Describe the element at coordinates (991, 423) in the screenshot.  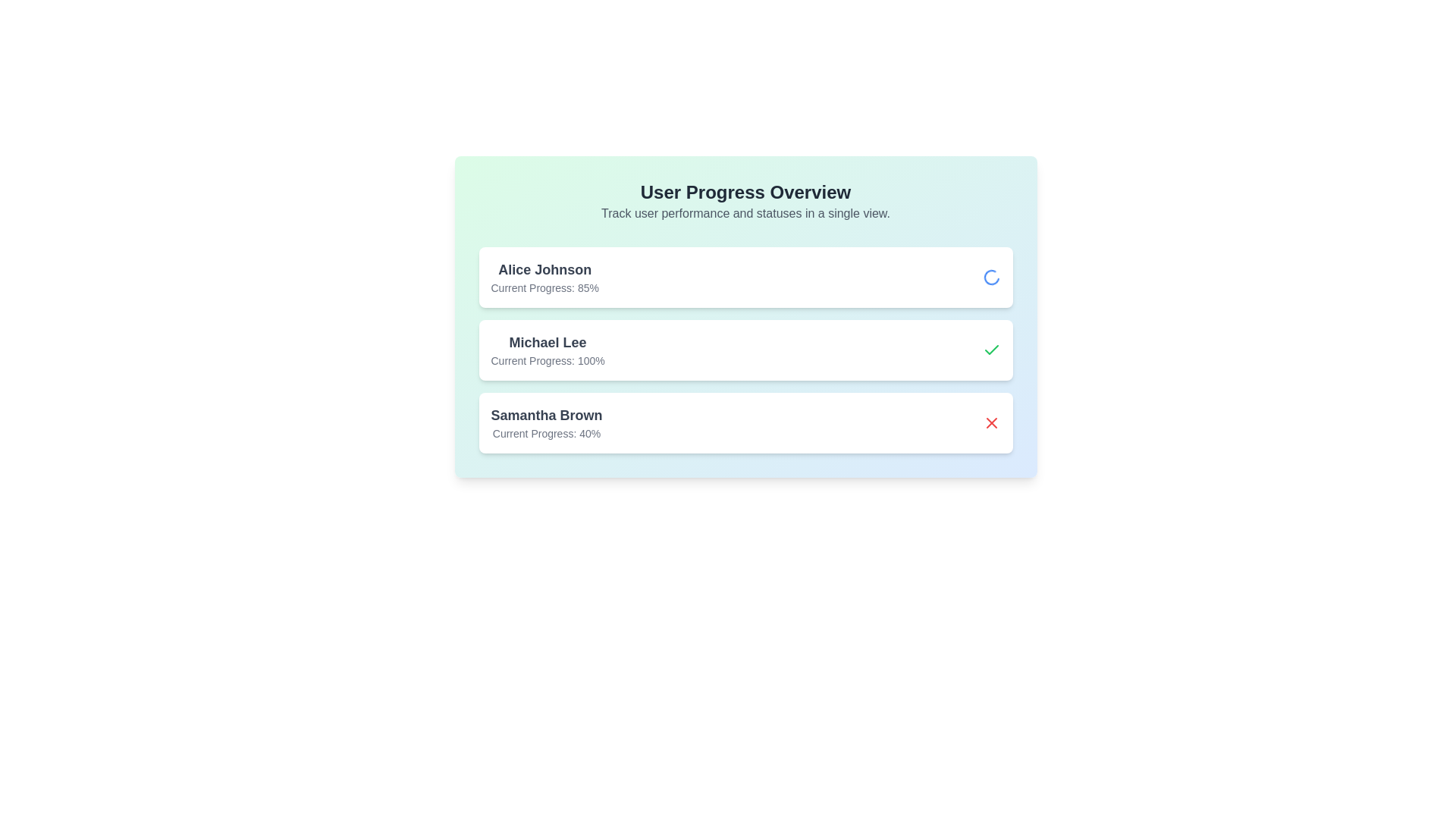
I see `the vibrant red cross icon button located at the right end of the card displaying 'Samantha Brown' and 'Current Progress: 40%'` at that location.